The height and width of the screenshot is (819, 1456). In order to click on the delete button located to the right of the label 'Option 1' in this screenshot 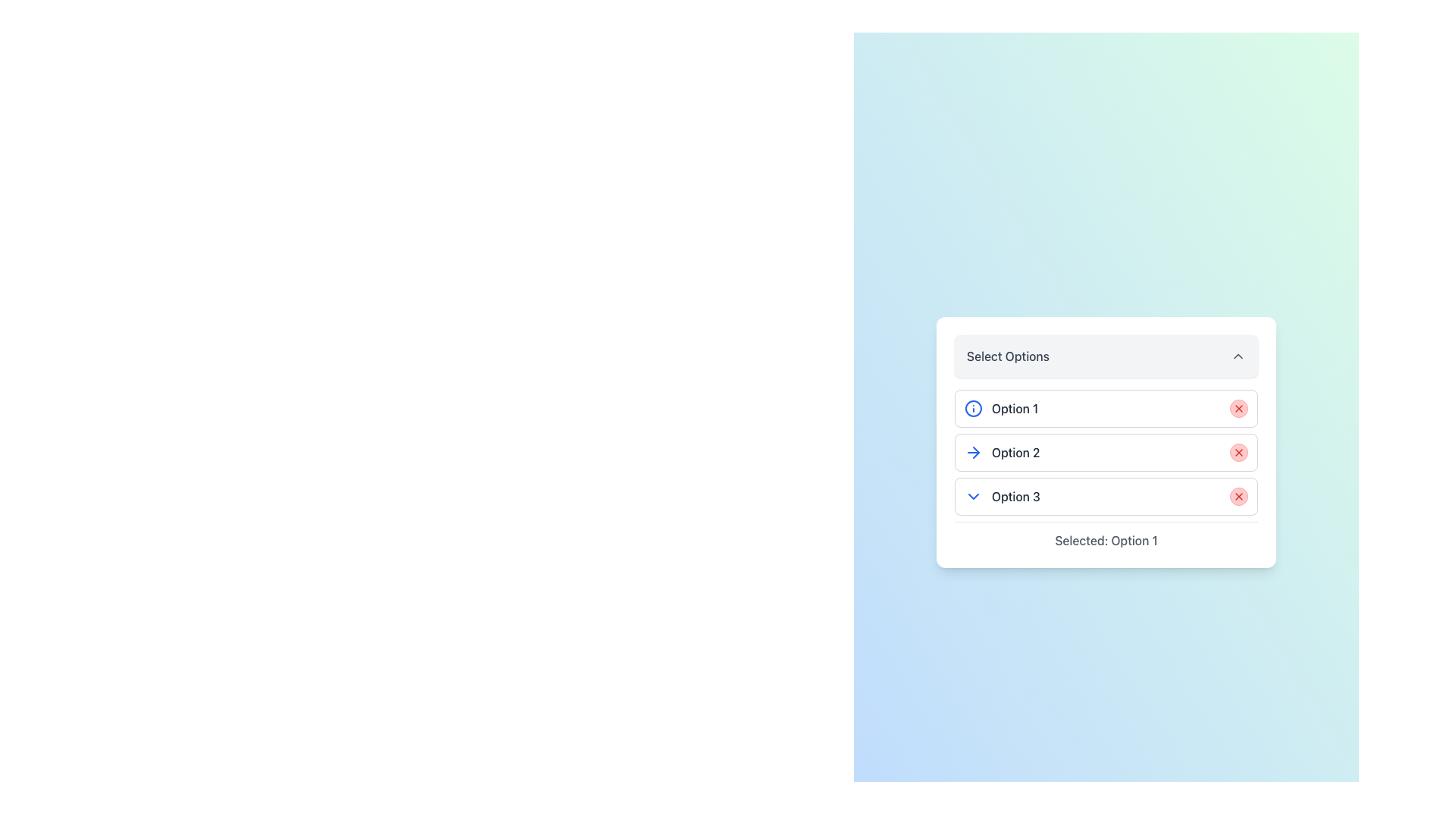, I will do `click(1238, 406)`.